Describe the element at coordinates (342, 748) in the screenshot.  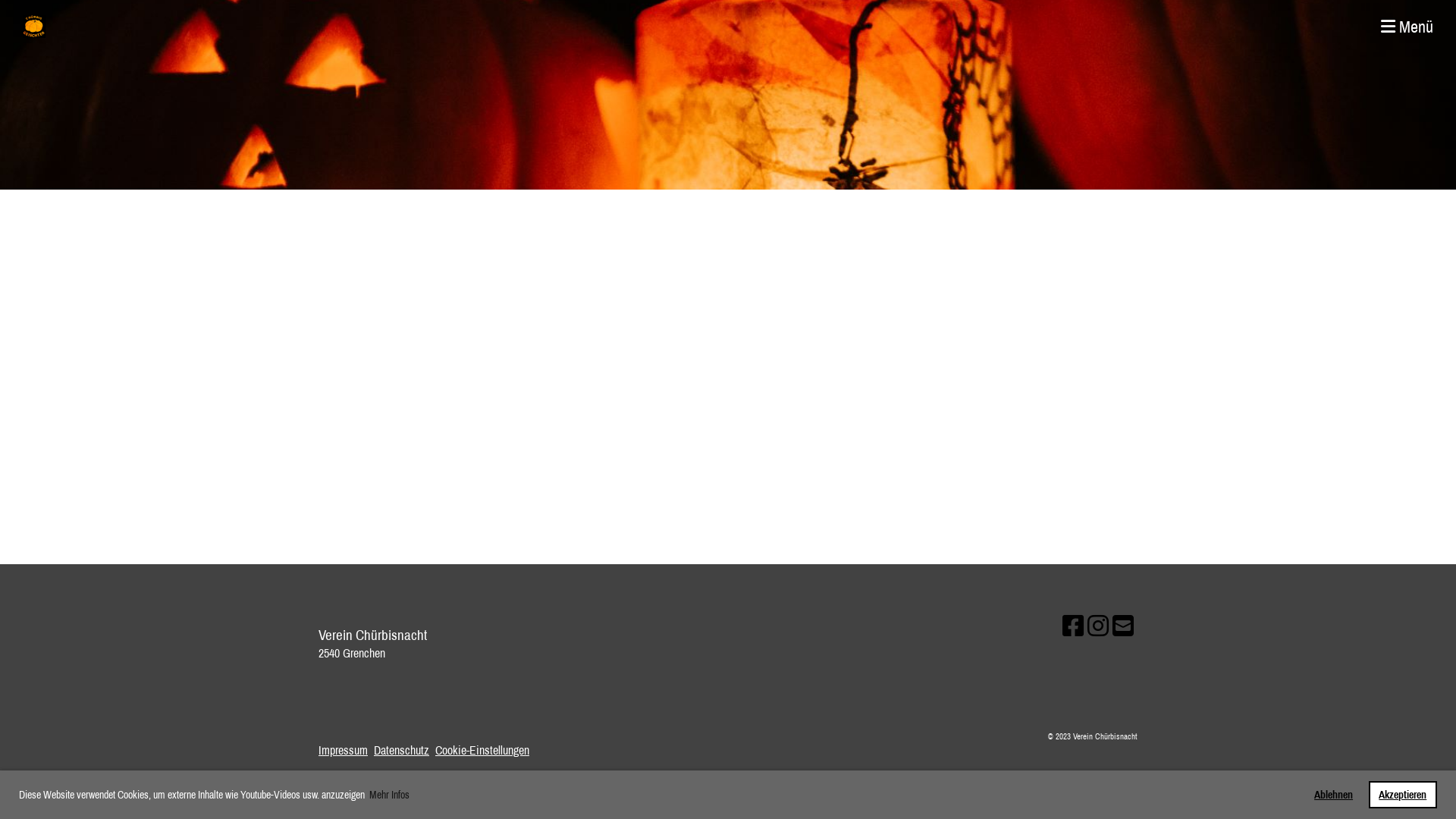
I see `'Impressum'` at that location.